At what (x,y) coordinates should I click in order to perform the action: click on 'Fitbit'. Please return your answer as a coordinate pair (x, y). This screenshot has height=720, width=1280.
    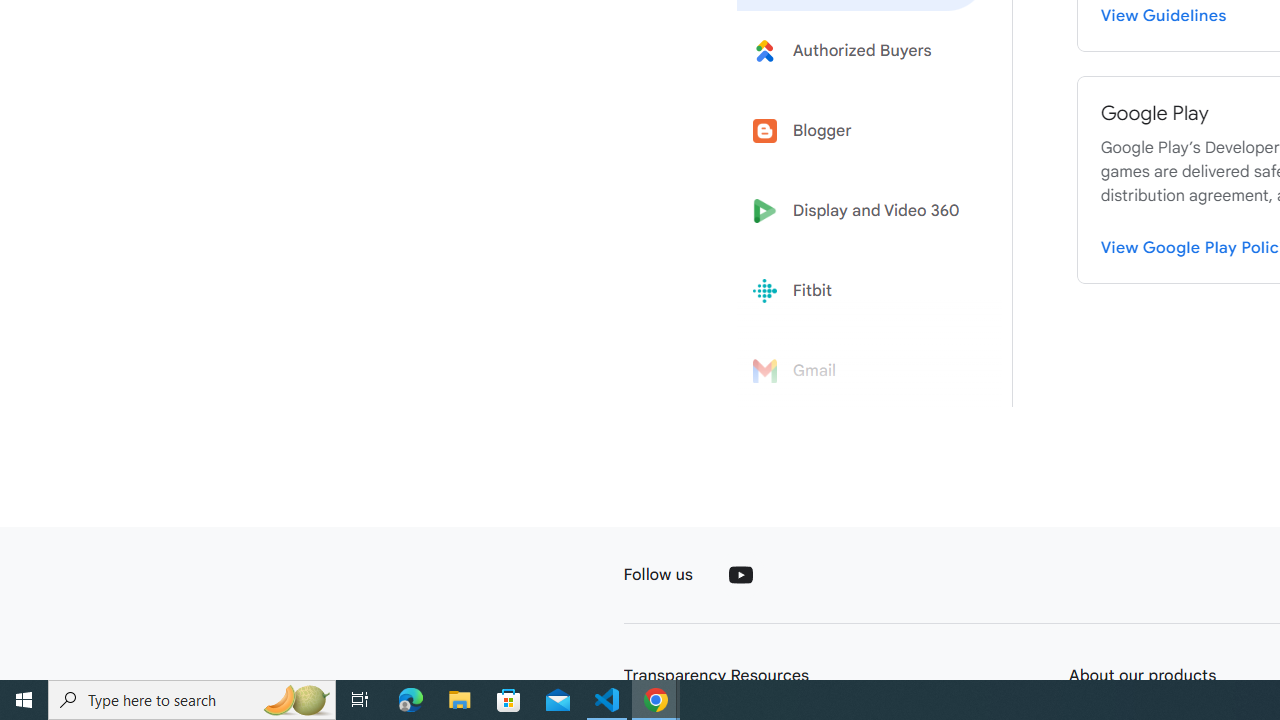
    Looking at the image, I should click on (862, 291).